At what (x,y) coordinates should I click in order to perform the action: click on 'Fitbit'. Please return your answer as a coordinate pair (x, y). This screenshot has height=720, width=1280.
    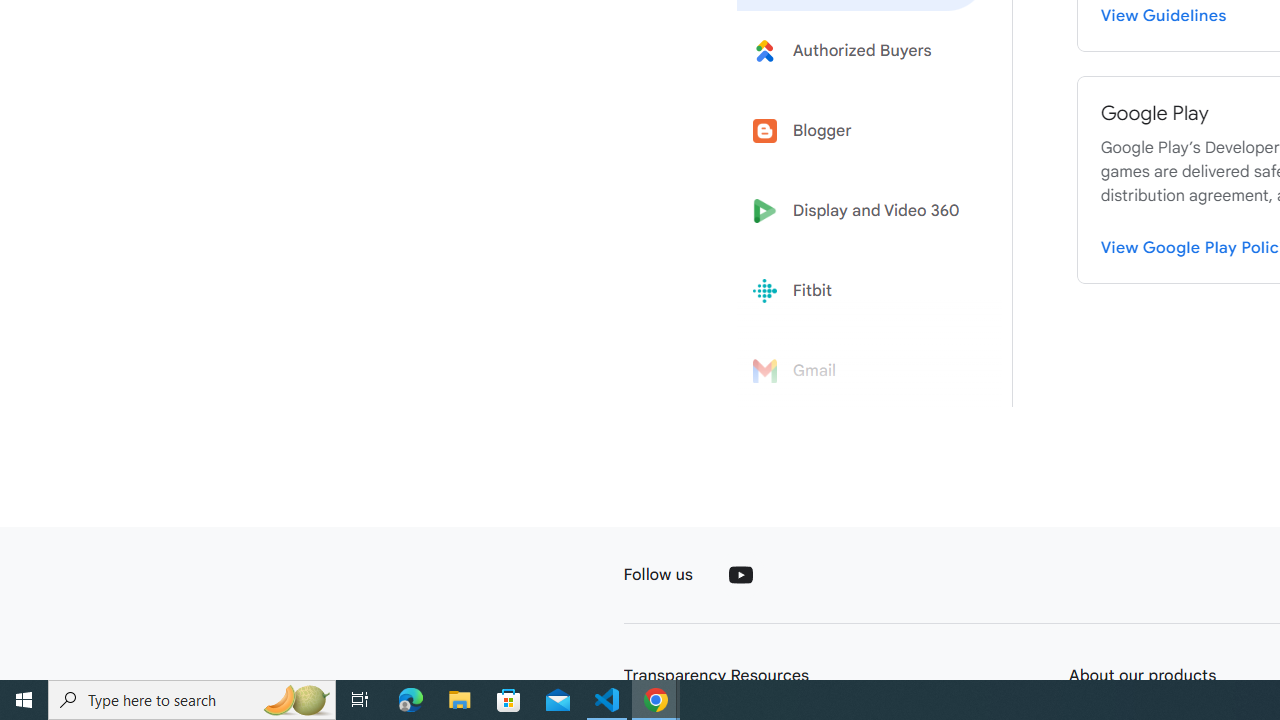
    Looking at the image, I should click on (862, 291).